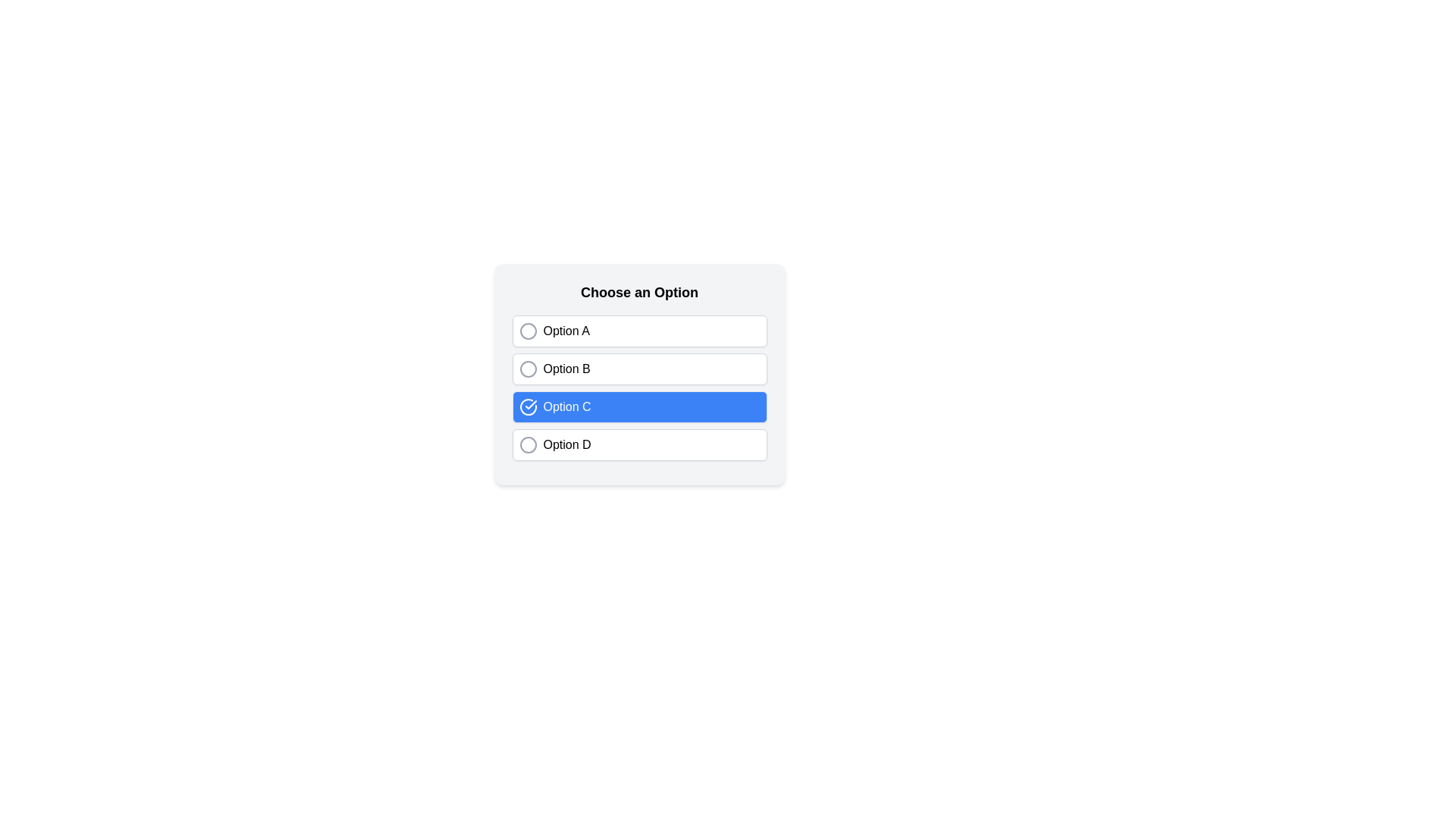 Image resolution: width=1456 pixels, height=819 pixels. Describe the element at coordinates (528, 330) in the screenshot. I see `the empty circular radio button icon located to the left of the text 'Option A'` at that location.